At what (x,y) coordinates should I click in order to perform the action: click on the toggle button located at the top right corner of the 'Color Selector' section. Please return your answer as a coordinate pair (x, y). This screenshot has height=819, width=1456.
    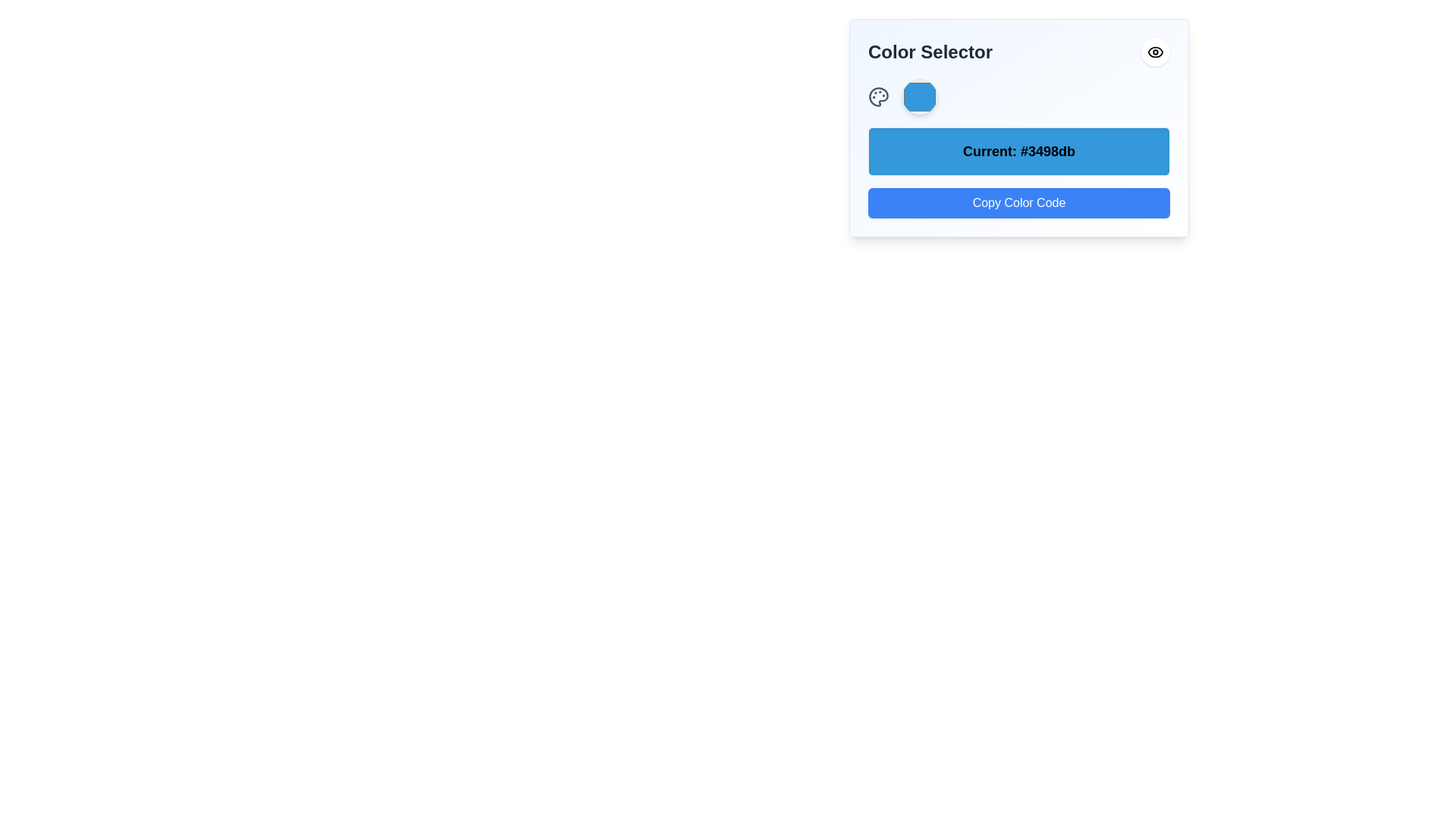
    Looking at the image, I should click on (1154, 52).